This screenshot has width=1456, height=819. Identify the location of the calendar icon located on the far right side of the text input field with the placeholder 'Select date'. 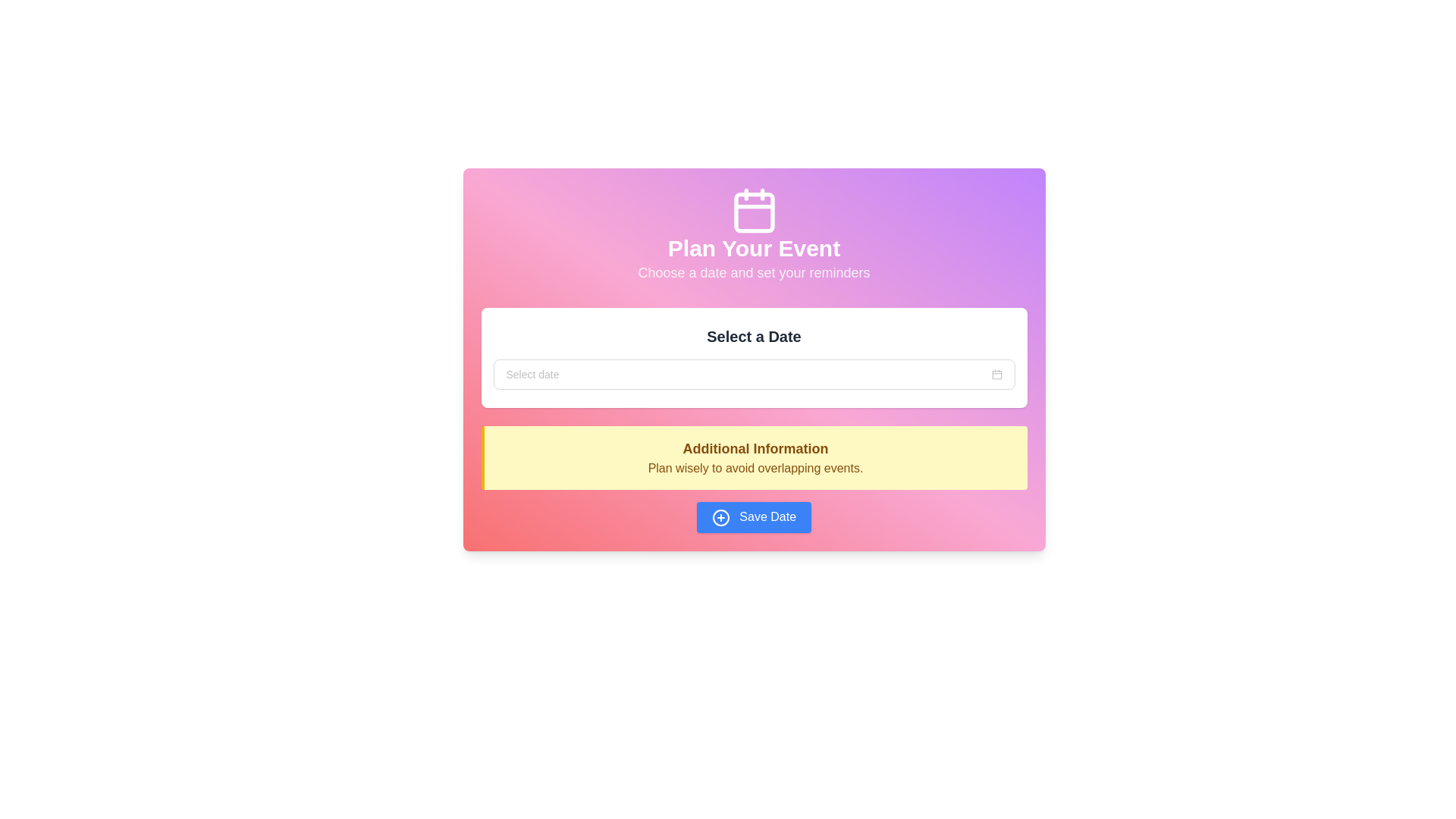
(996, 374).